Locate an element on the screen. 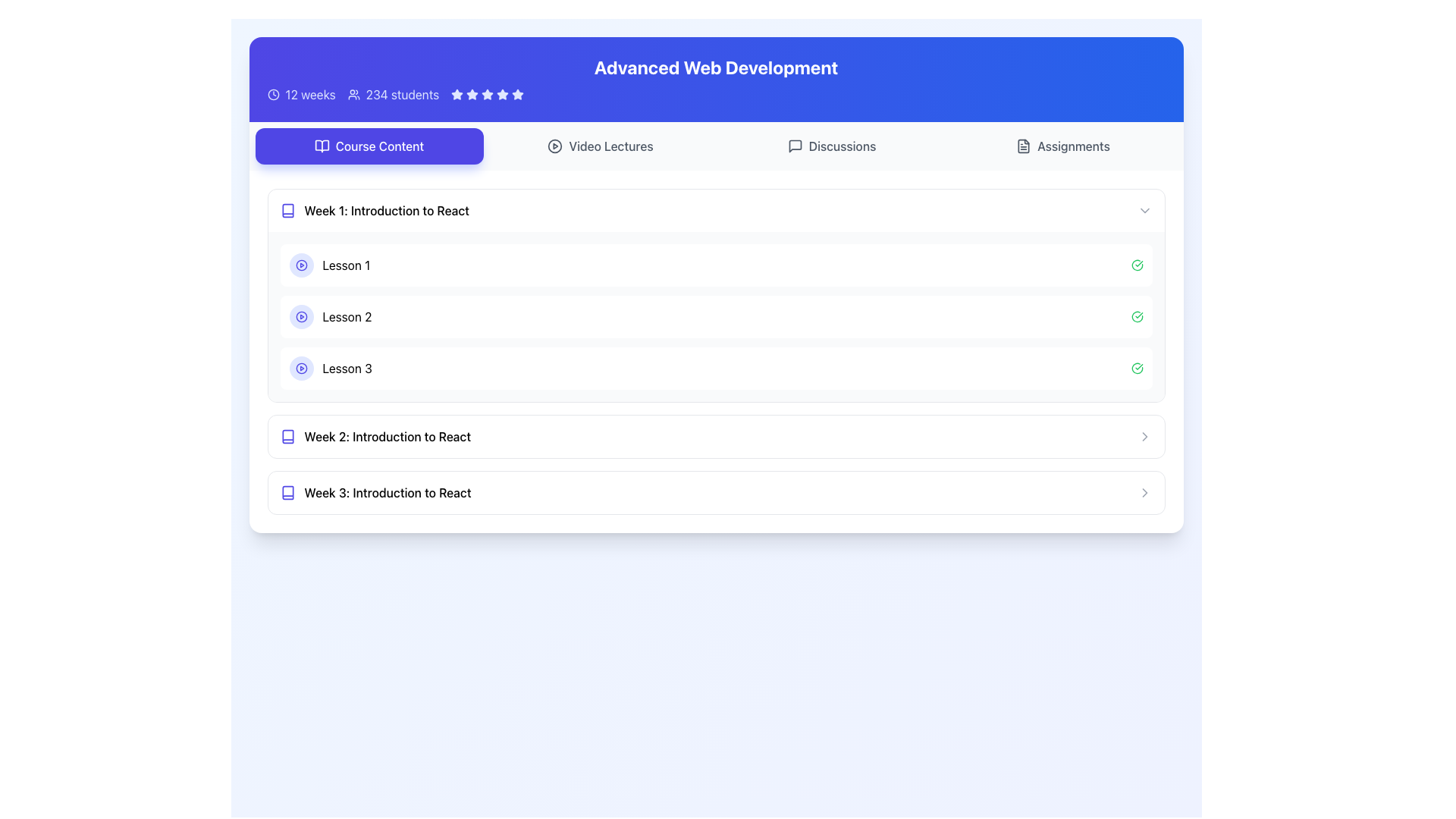 This screenshot has height=819, width=1456. text label or heading at the beginning of the course content section, which serves as an identifier for the first week's materials is located at coordinates (387, 210).